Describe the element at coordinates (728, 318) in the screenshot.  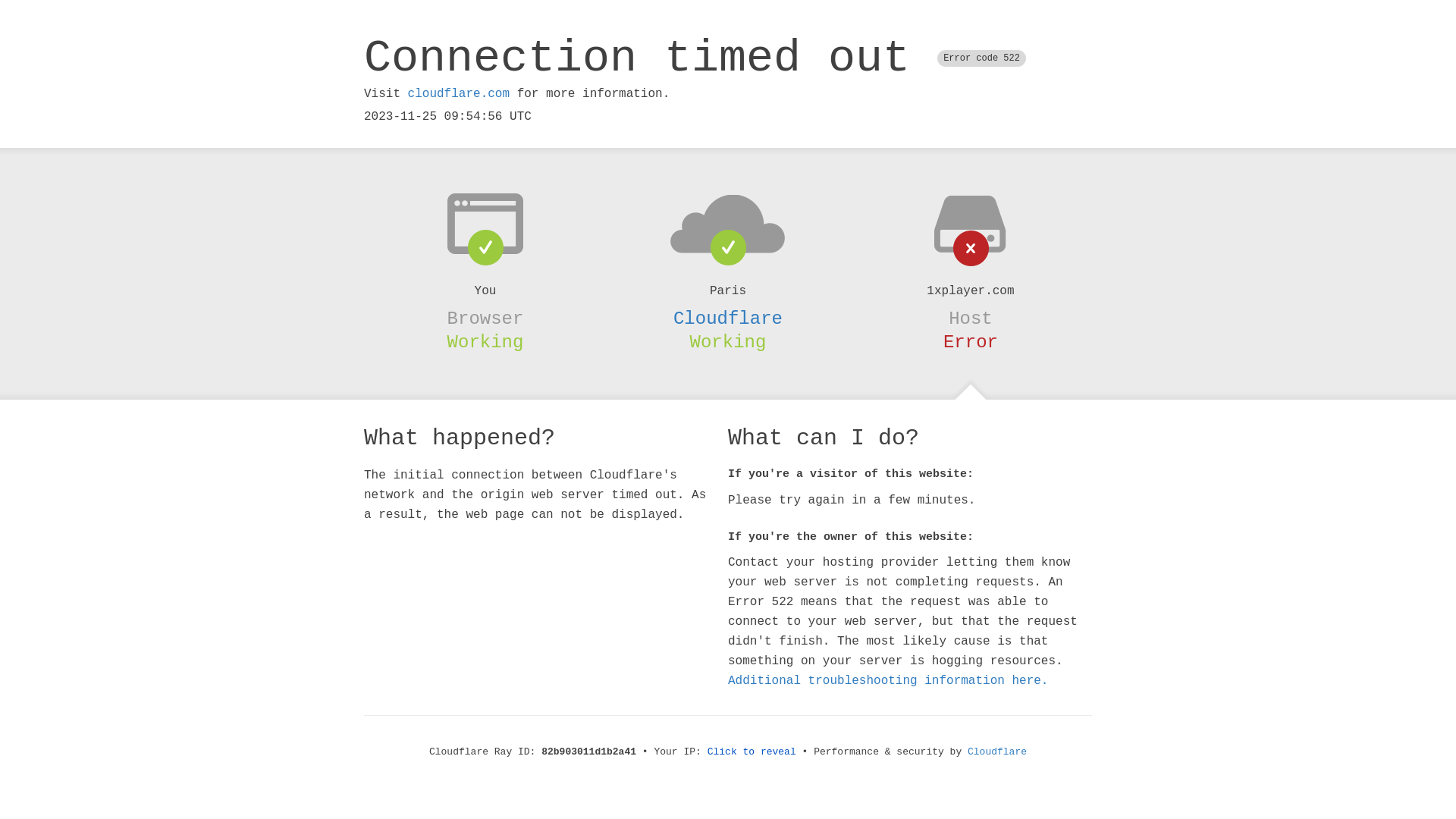
I see `'Cloudflare'` at that location.